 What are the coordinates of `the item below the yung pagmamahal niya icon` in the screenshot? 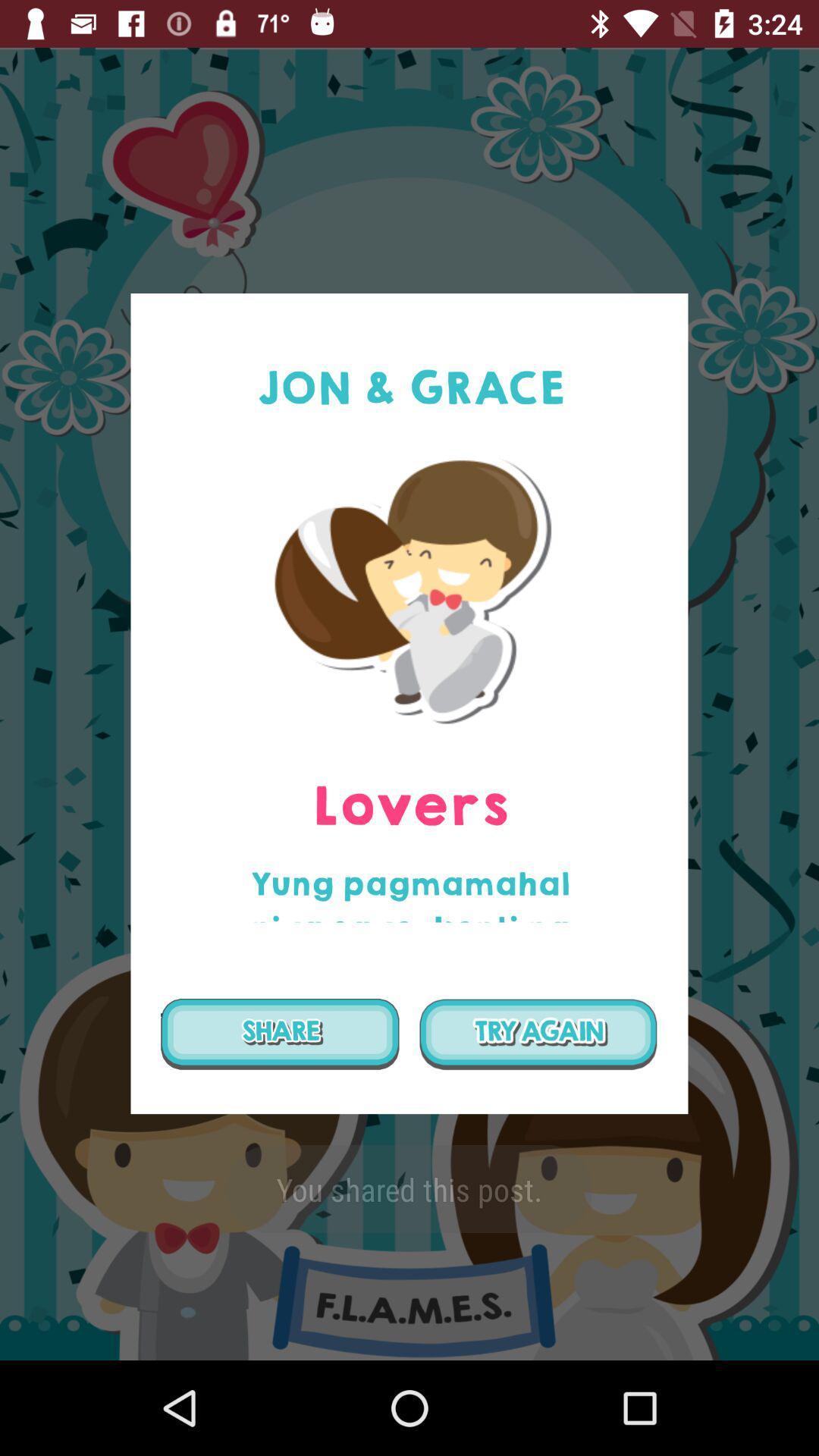 It's located at (280, 1033).